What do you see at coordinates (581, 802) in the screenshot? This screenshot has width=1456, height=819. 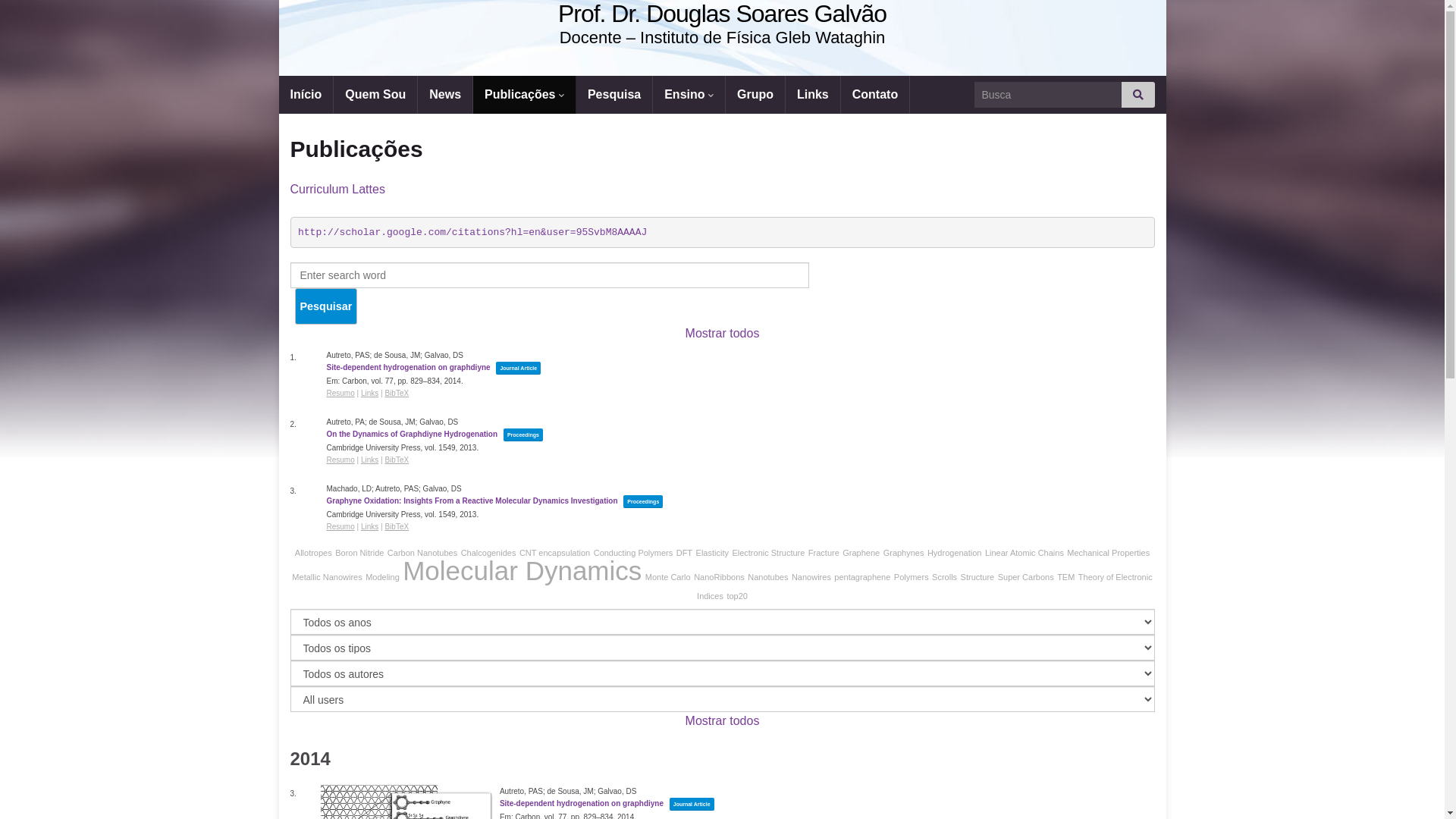 I see `'Site-dependent hydrogenation on graphdiyne'` at bounding box center [581, 802].